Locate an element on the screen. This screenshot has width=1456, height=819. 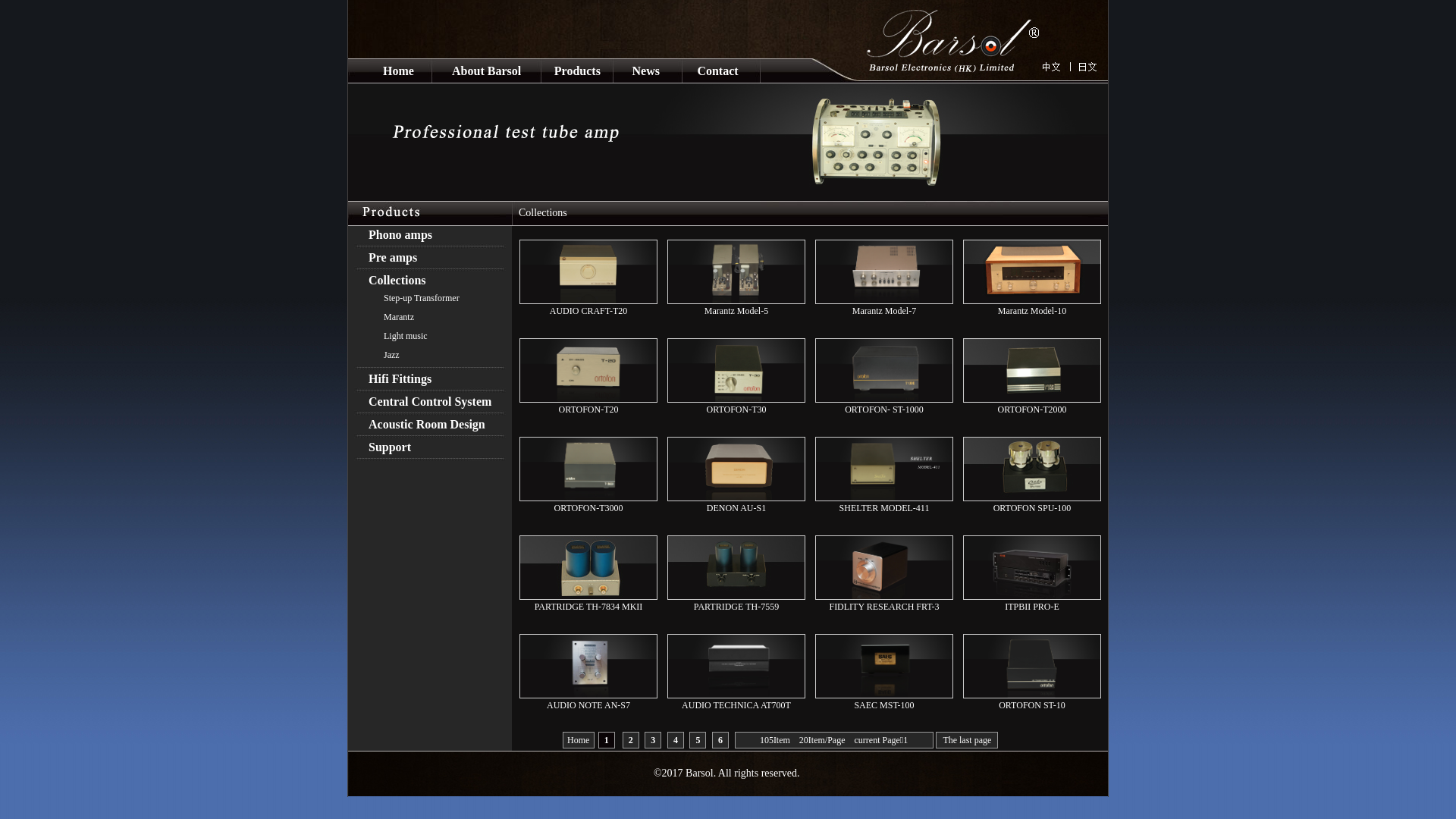
'DENON AU-S1' is located at coordinates (736, 508).